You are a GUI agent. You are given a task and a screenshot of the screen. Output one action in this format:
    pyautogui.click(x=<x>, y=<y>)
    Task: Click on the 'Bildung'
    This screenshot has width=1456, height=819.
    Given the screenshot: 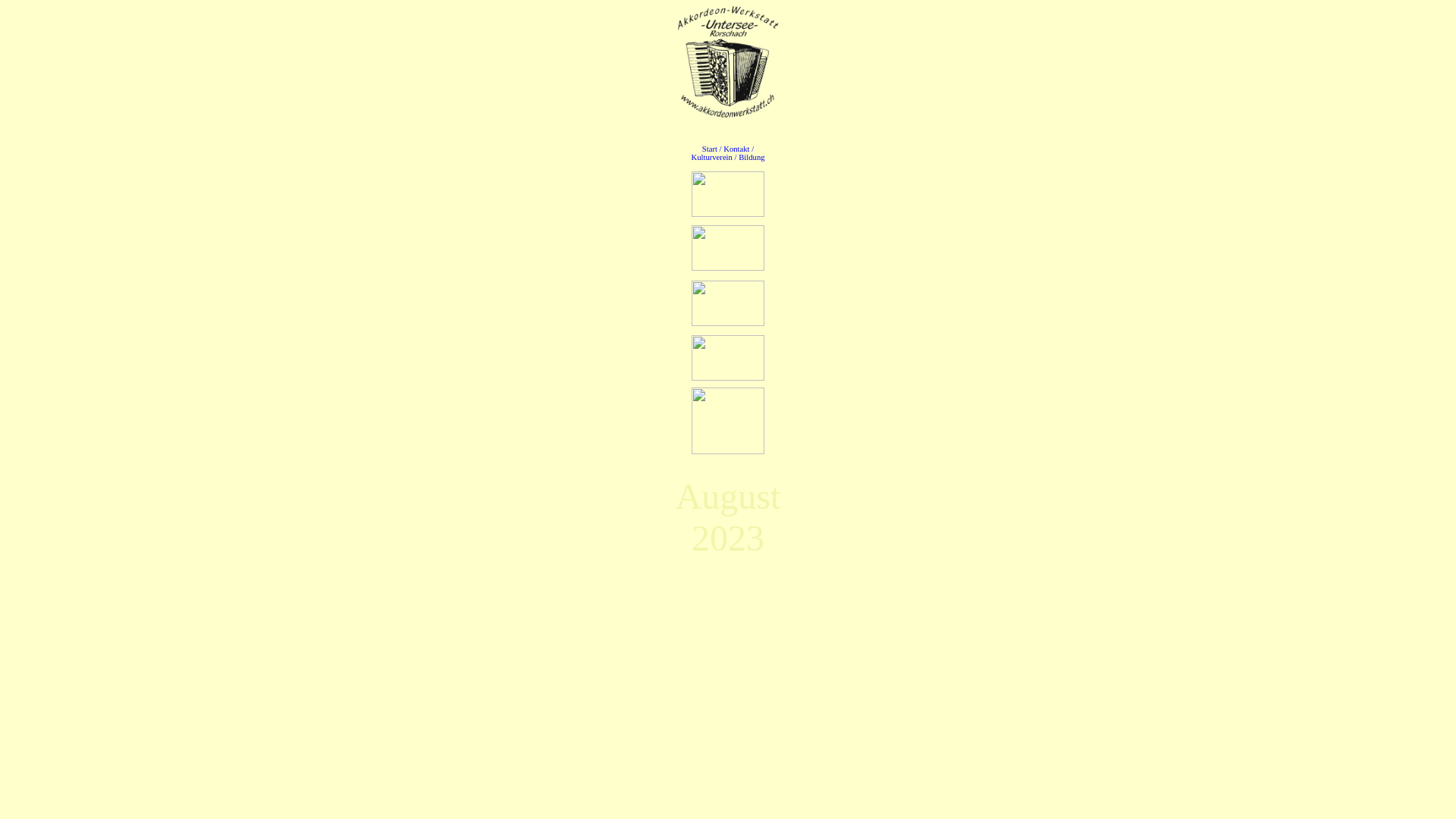 What is the action you would take?
    pyautogui.click(x=739, y=157)
    